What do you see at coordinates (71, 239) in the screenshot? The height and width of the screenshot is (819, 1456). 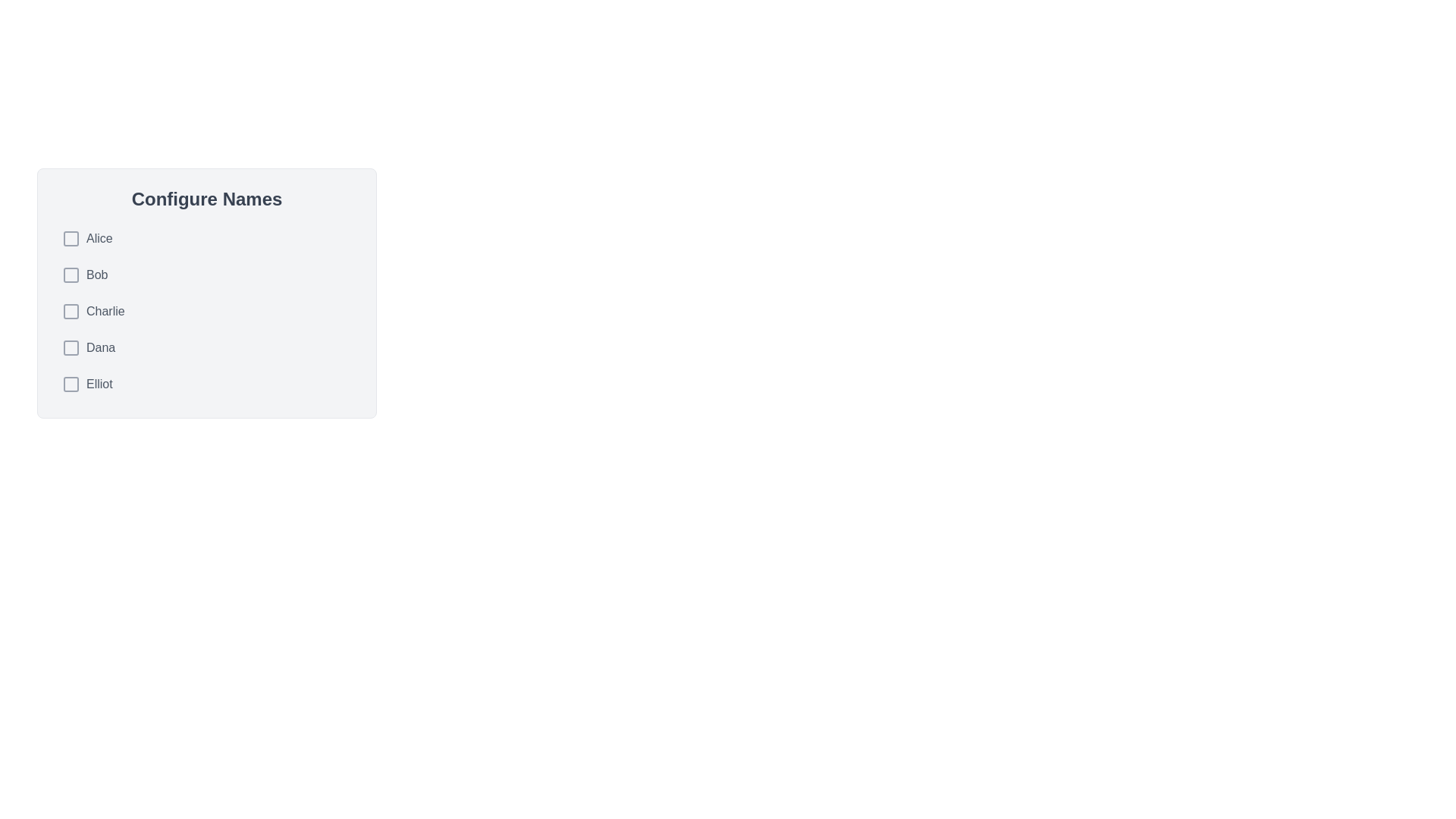 I see `the checkbox next to the text 'Alice'` at bounding box center [71, 239].